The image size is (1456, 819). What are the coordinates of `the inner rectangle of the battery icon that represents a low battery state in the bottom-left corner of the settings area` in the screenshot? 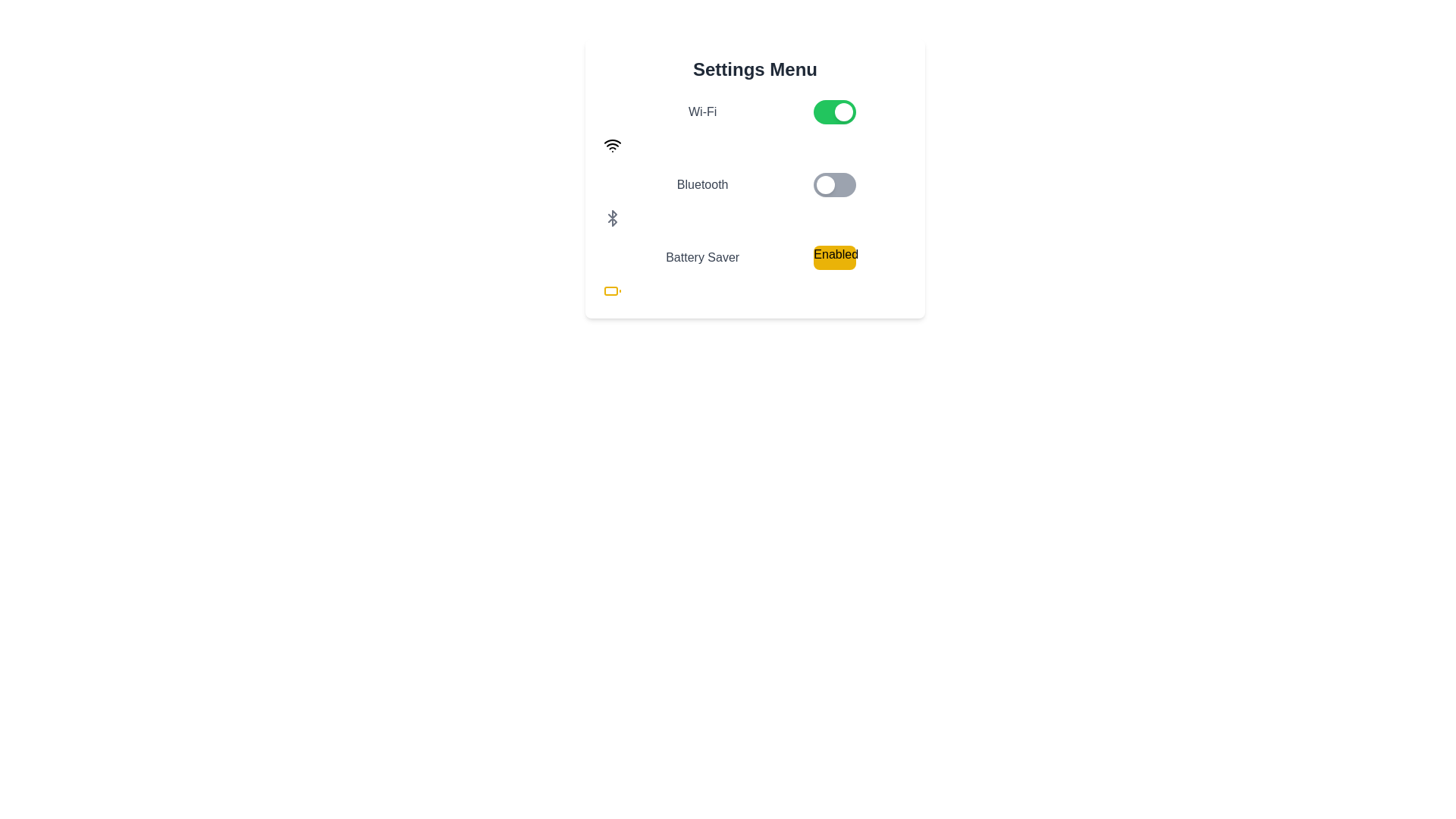 It's located at (611, 291).